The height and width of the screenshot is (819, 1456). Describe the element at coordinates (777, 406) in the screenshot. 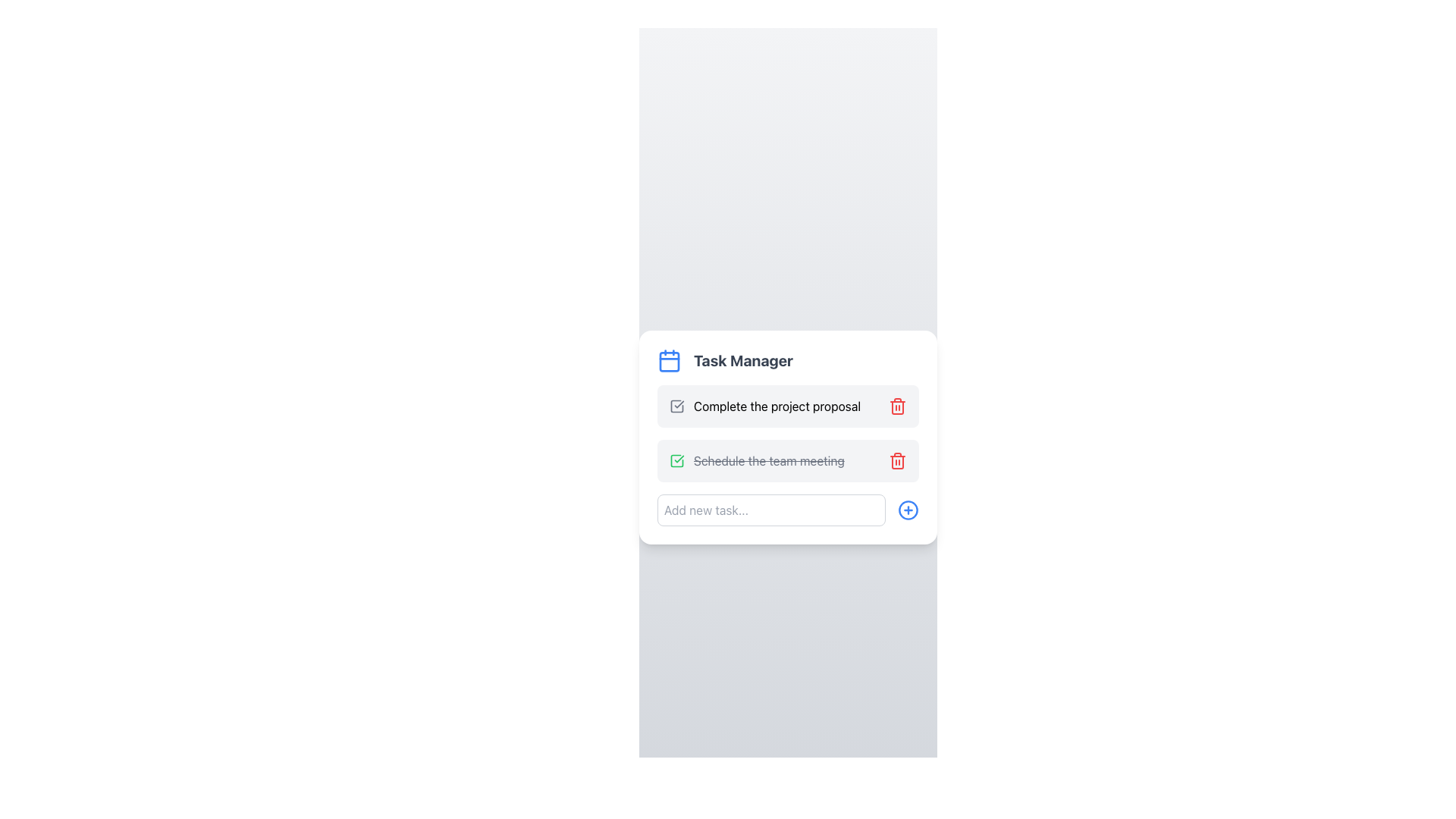

I see `the text label displaying 'Complete the project proposal' within the Task Manager's first task item, located to the right of a checkbox icon` at that location.